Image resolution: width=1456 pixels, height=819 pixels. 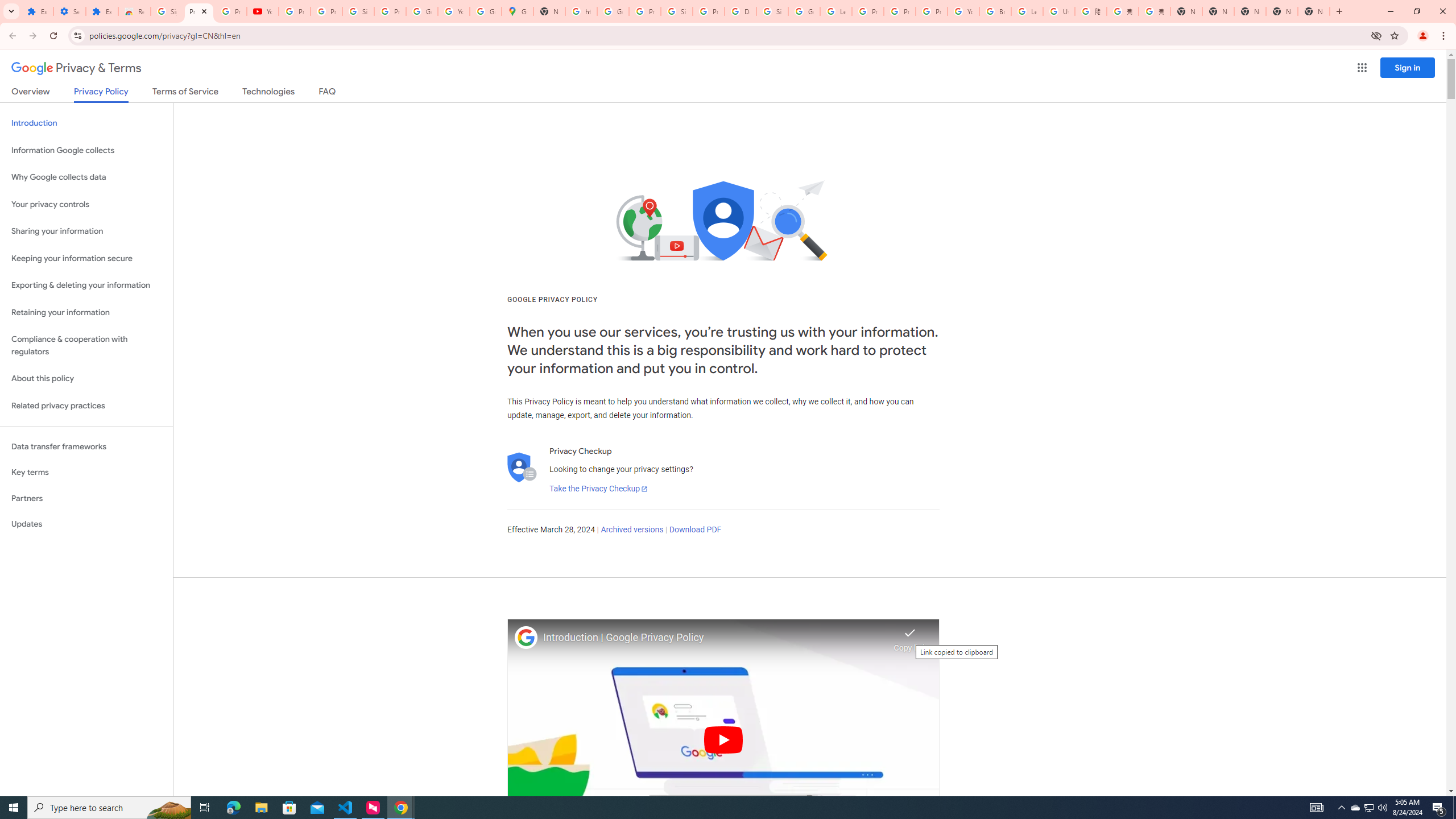 What do you see at coordinates (581, 11) in the screenshot?
I see `'https://scholar.google.com/'` at bounding box center [581, 11].